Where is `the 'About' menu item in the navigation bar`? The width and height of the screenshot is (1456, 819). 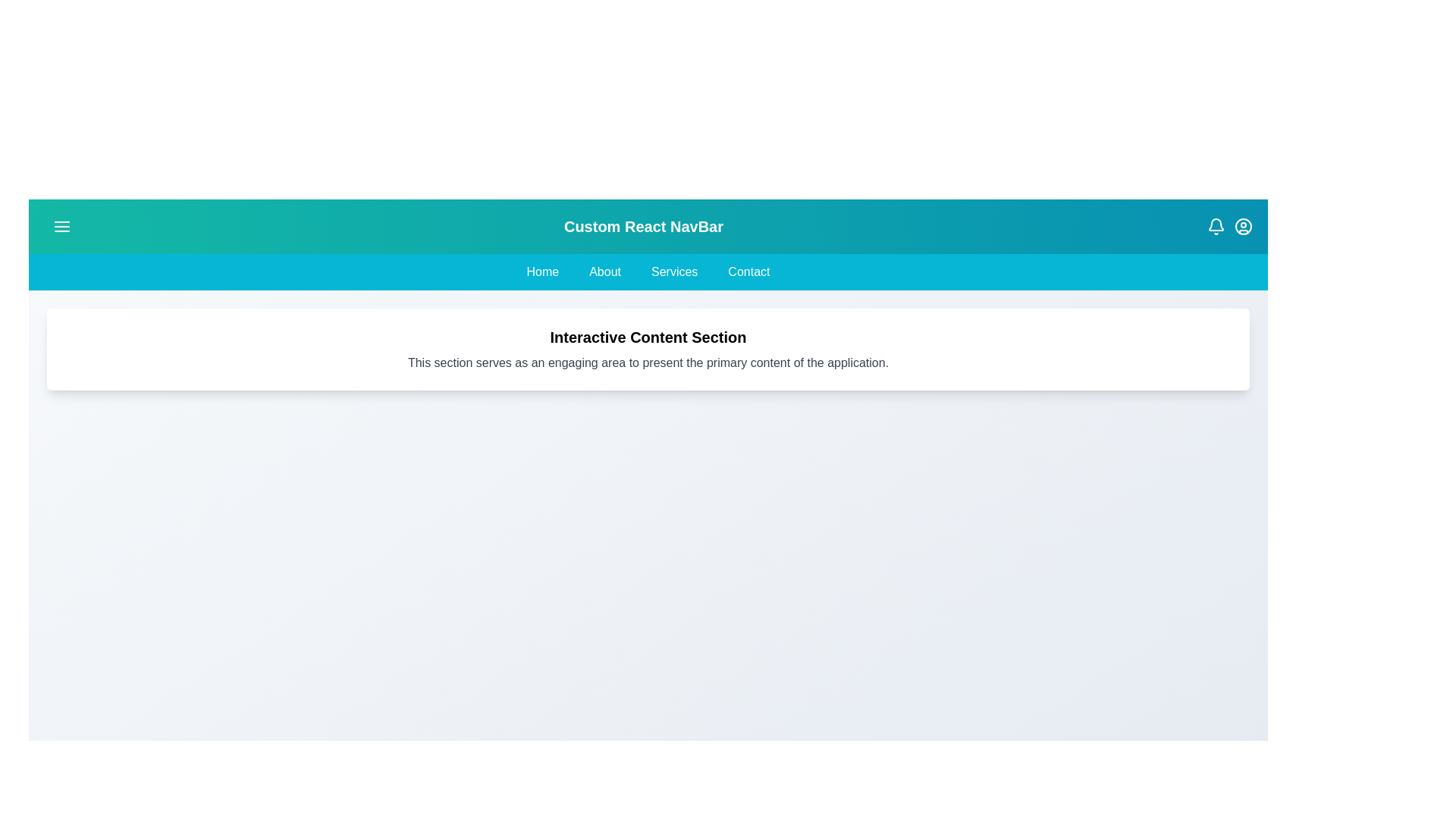
the 'About' menu item in the navigation bar is located at coordinates (604, 271).